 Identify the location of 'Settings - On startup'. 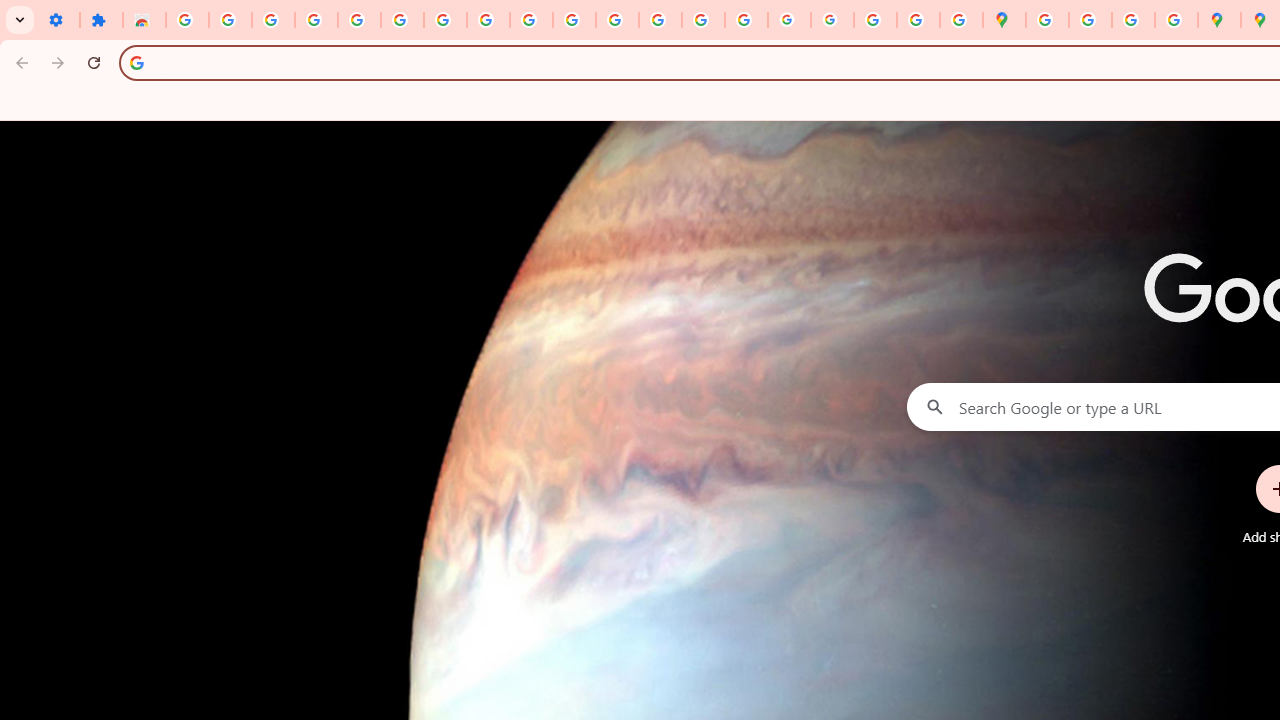
(58, 20).